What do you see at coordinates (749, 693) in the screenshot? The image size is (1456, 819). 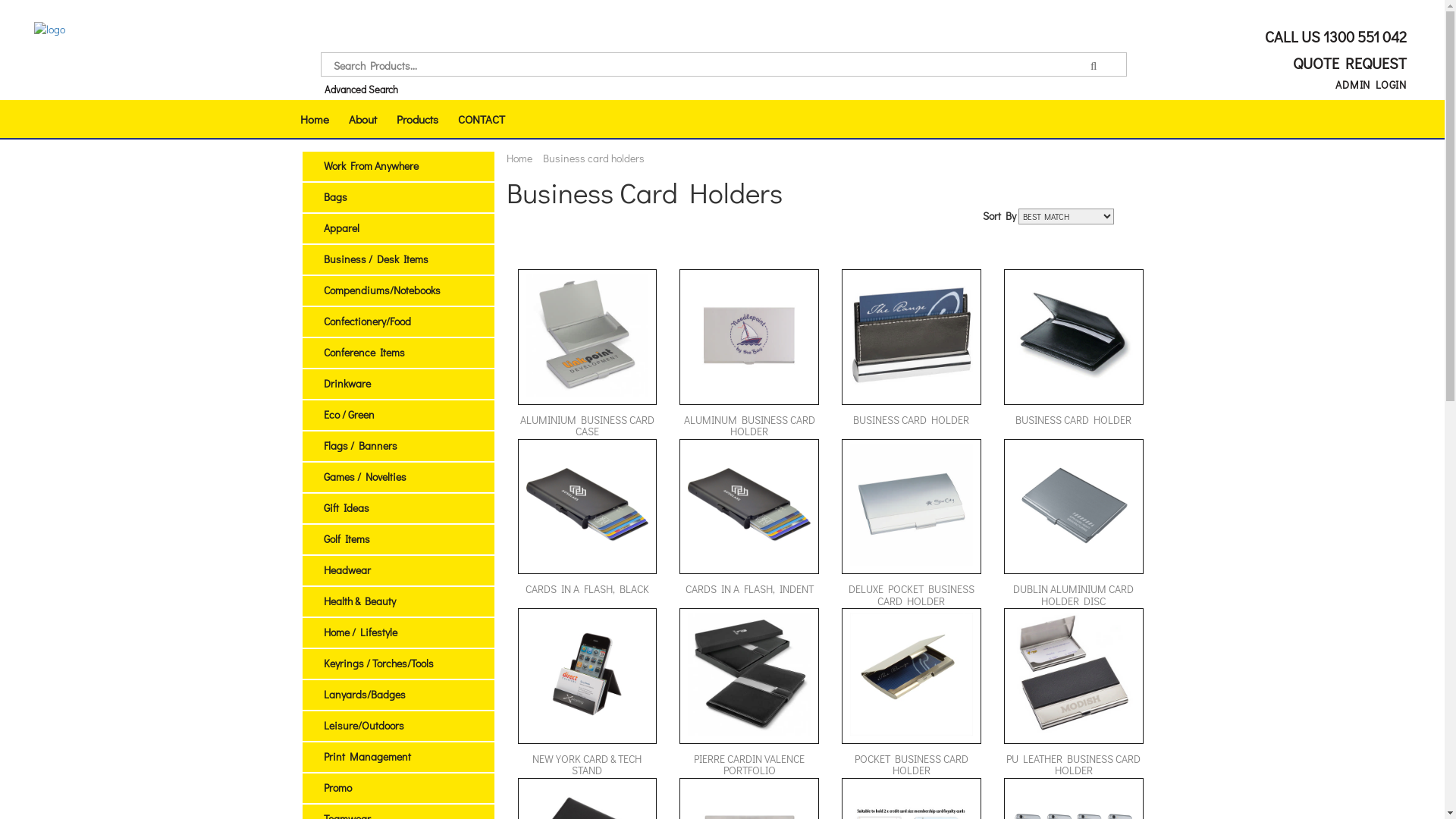 I see `'PIERRE CARDIN VALENCE PORTFOLIO'` at bounding box center [749, 693].